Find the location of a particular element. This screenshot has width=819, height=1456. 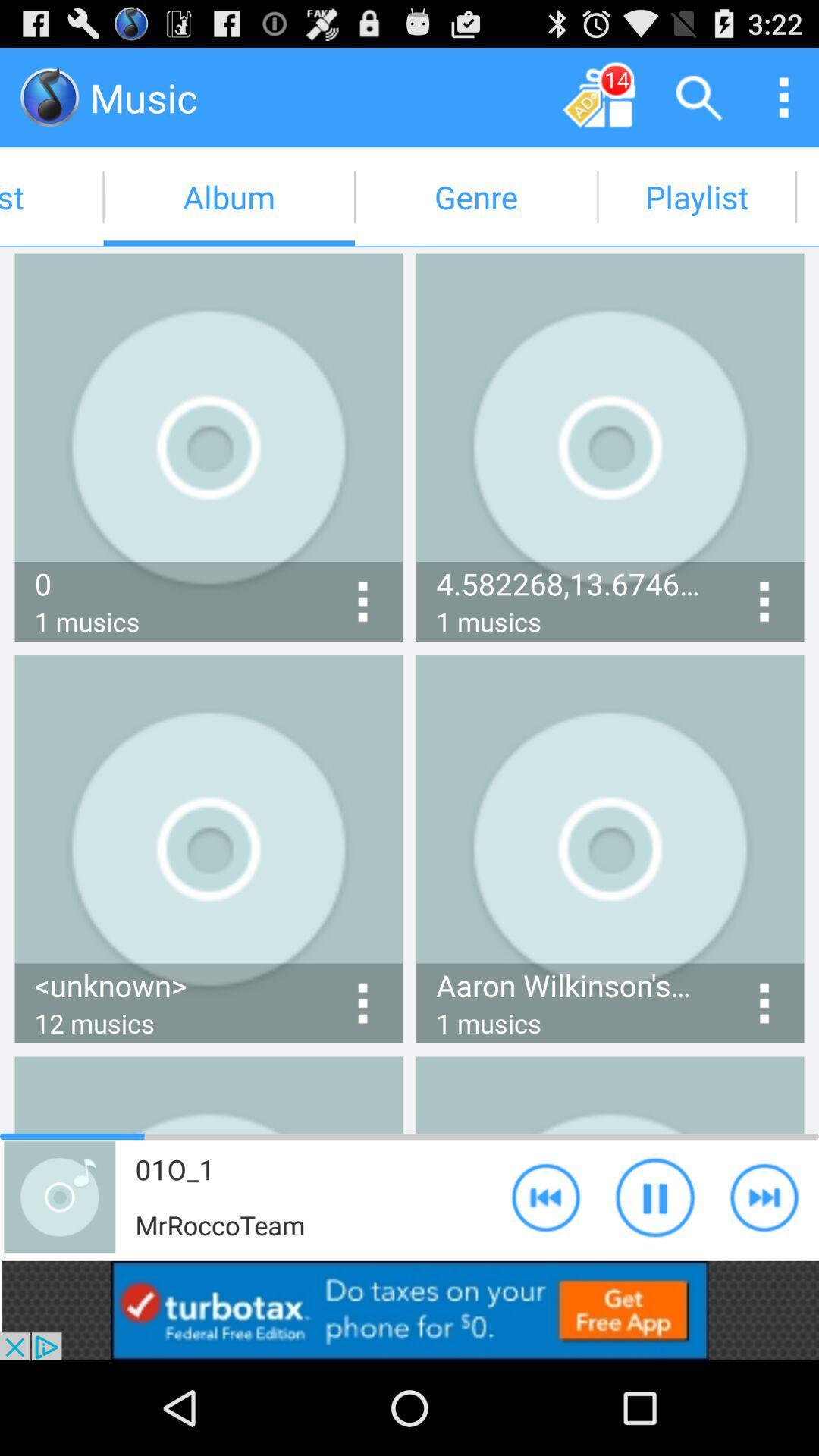

app option is located at coordinates (699, 96).